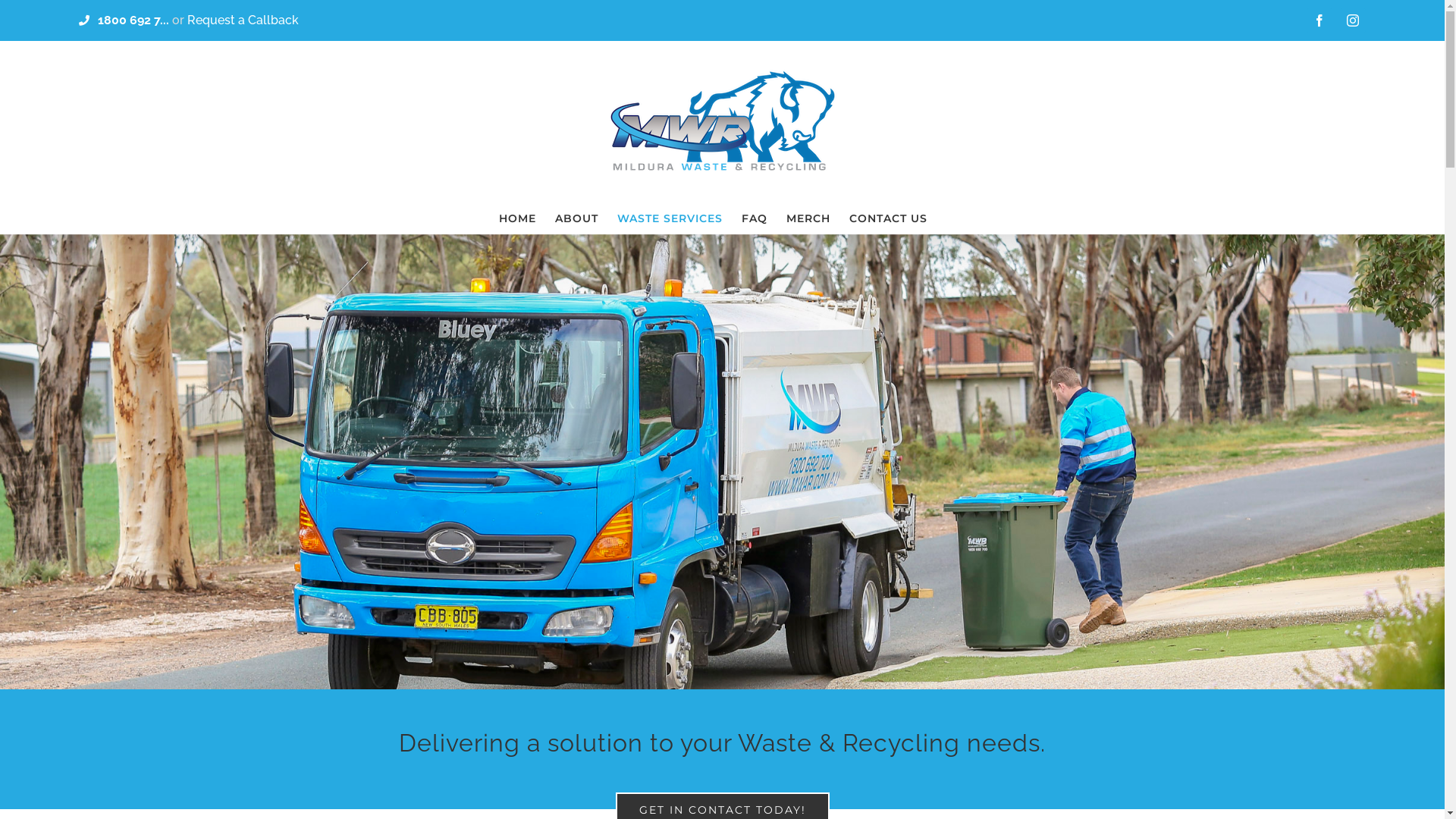  Describe the element at coordinates (754, 218) in the screenshot. I see `'FAQ'` at that location.